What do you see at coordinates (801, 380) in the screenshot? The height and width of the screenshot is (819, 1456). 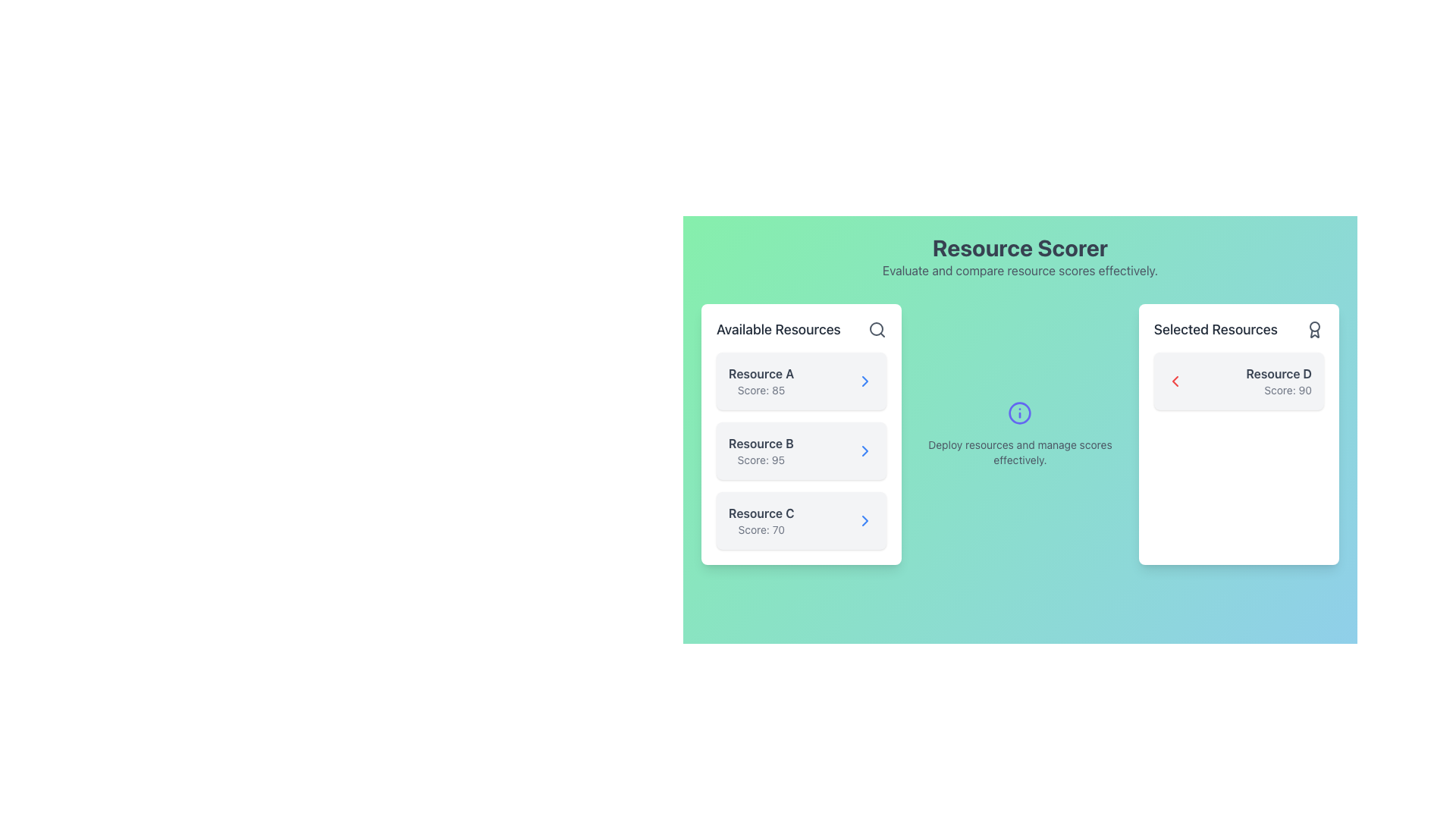 I see `the first interactive card titled 'Resource A' in the 'Available Resources' section` at bounding box center [801, 380].